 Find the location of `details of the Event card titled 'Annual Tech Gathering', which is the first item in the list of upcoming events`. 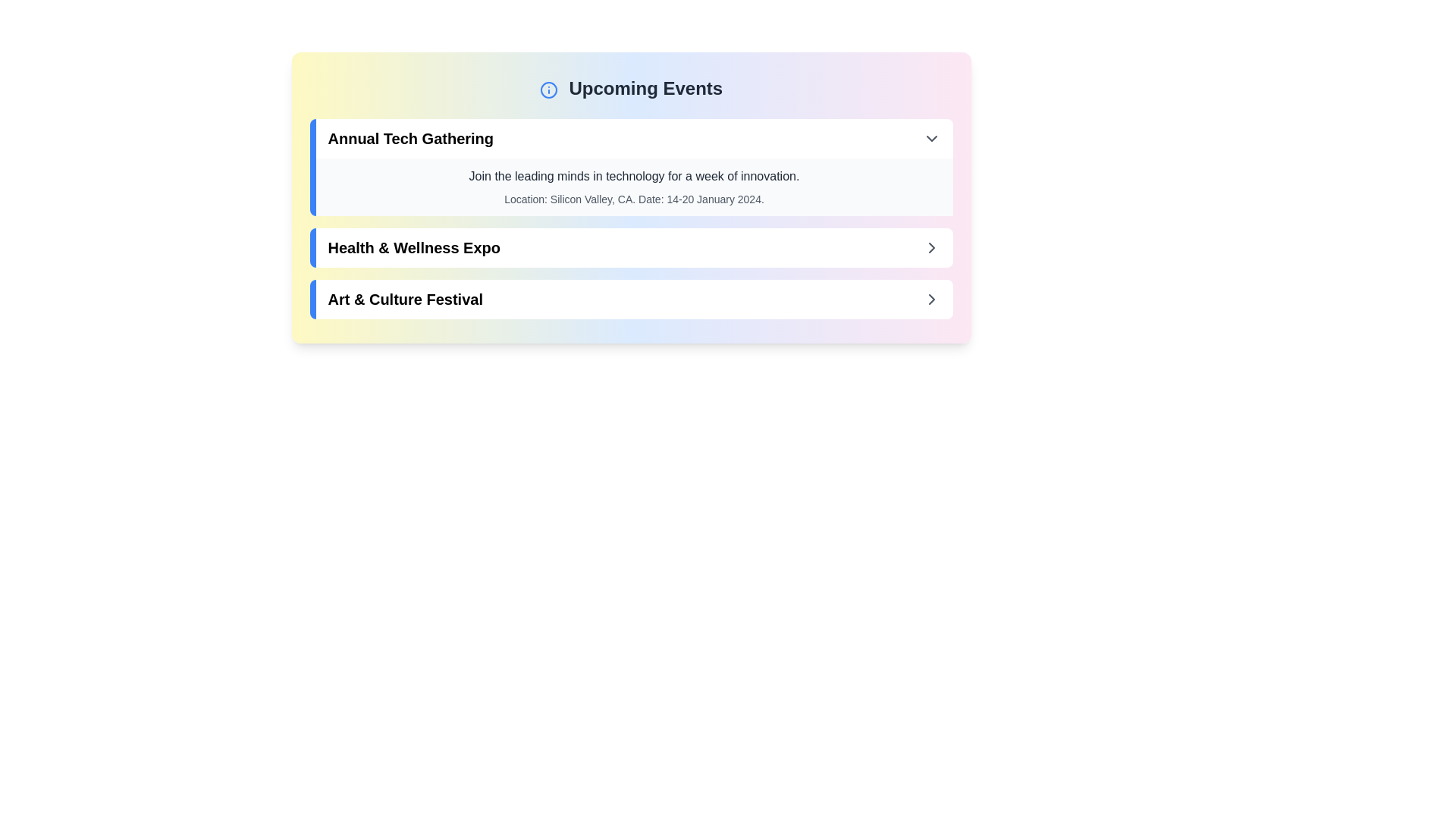

details of the Event card titled 'Annual Tech Gathering', which is the first item in the list of upcoming events is located at coordinates (631, 167).